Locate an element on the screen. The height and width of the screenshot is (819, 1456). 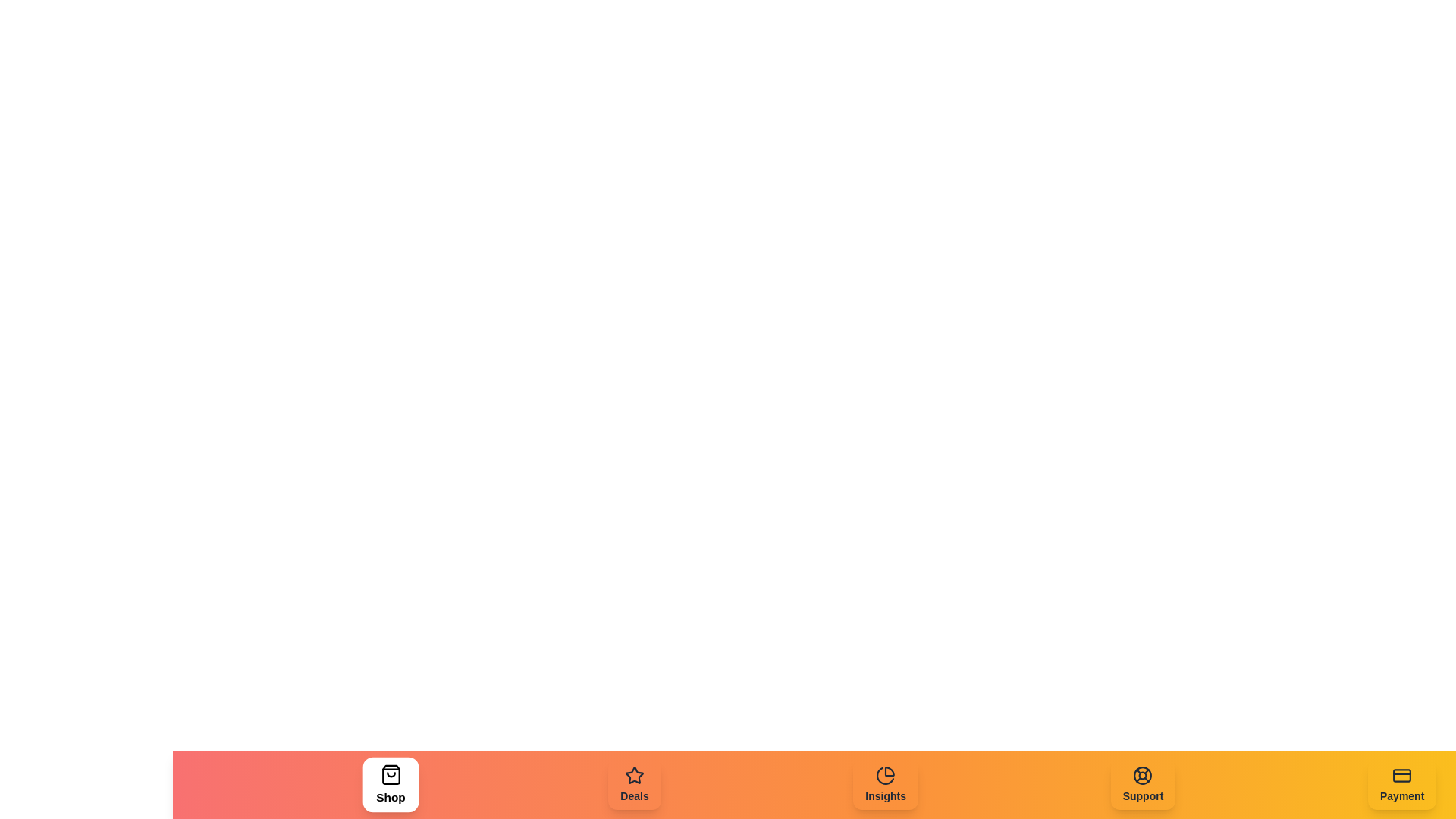
the Payment tab to navigate to its section is located at coordinates (1401, 784).